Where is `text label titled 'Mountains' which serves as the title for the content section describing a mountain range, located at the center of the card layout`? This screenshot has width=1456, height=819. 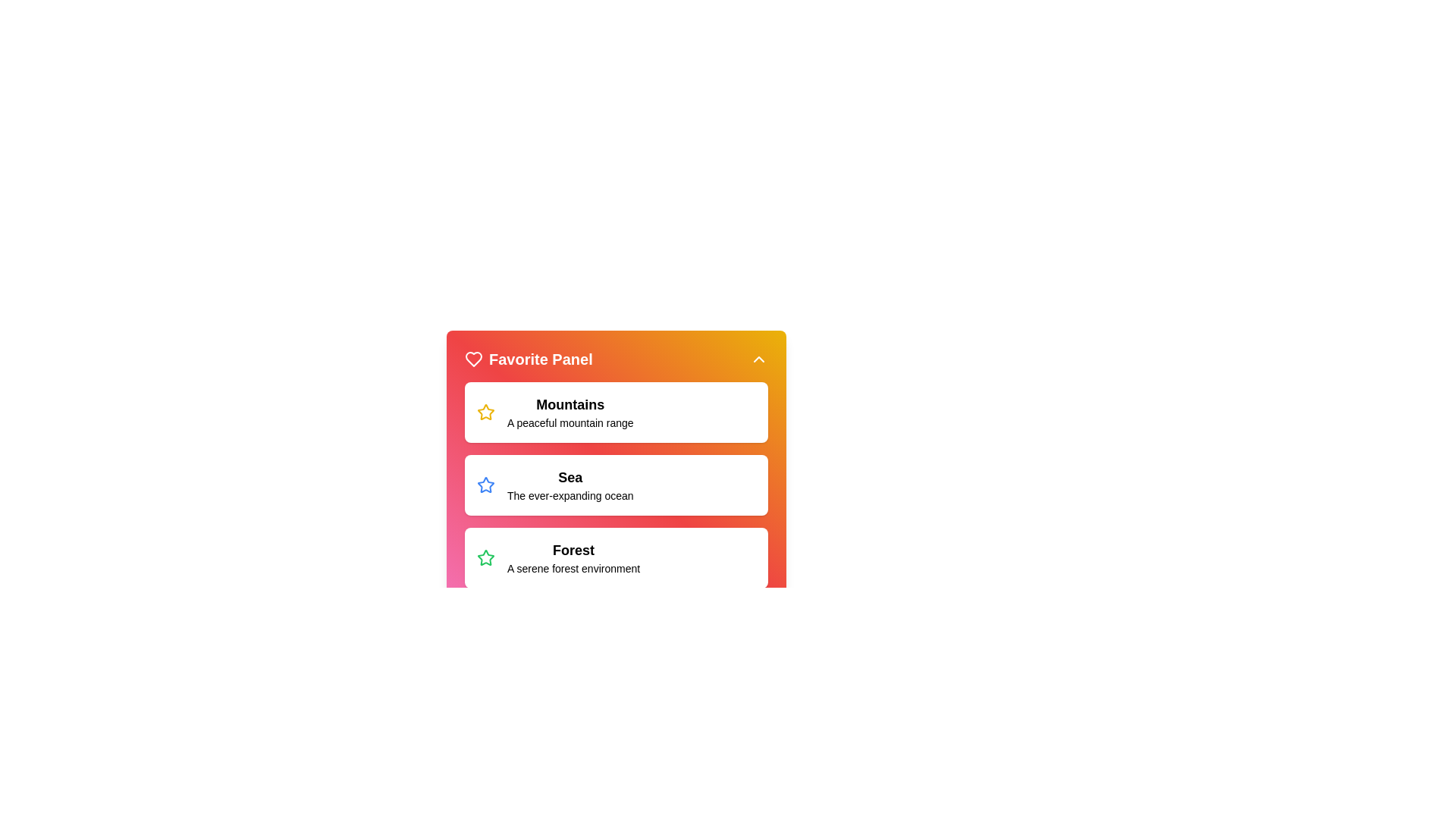
text label titled 'Mountains' which serves as the title for the content section describing a mountain range, located at the center of the card layout is located at coordinates (570, 403).